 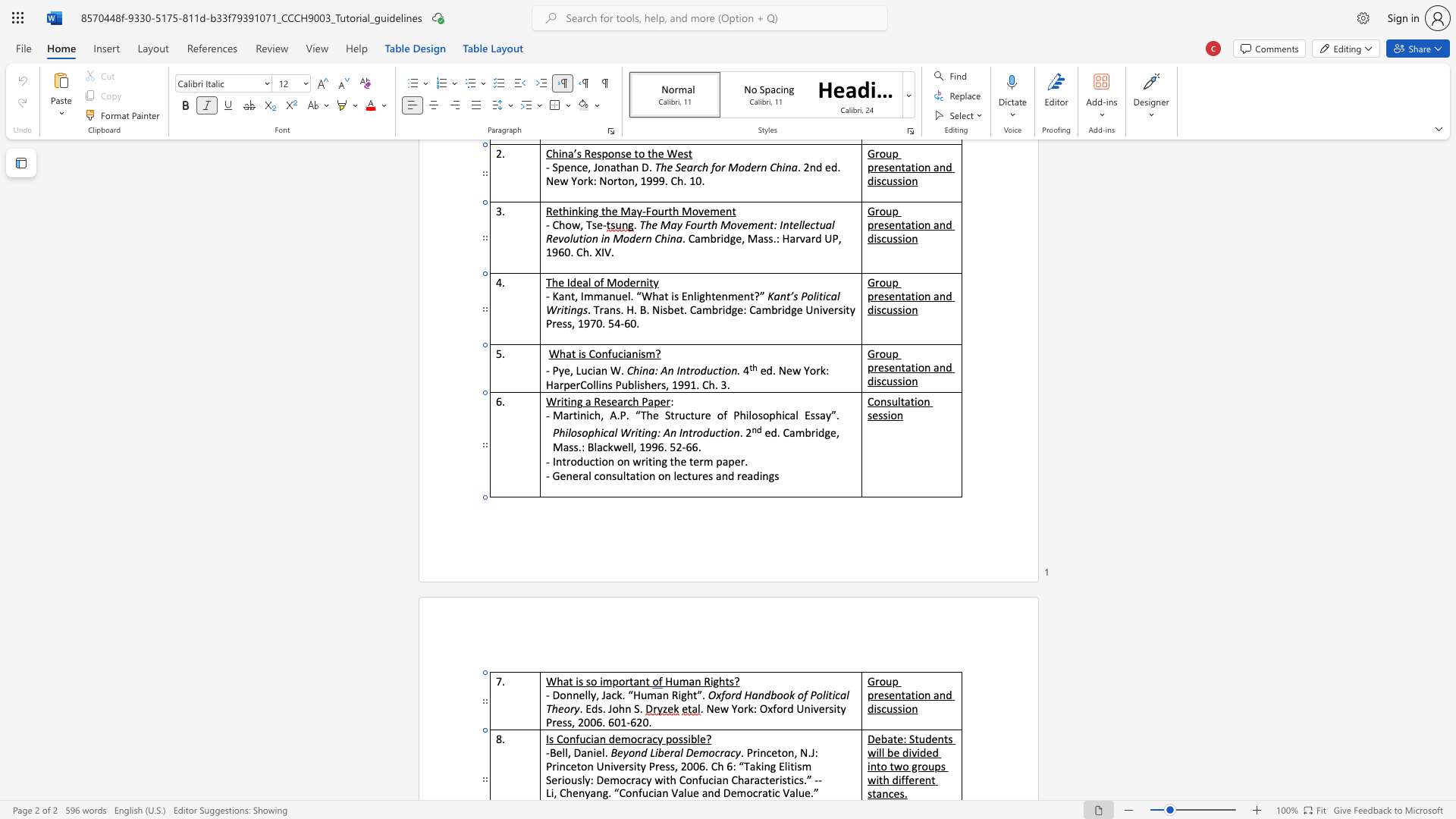 What do you see at coordinates (807, 792) in the screenshot?
I see `the 7th character "e" in the text` at bounding box center [807, 792].